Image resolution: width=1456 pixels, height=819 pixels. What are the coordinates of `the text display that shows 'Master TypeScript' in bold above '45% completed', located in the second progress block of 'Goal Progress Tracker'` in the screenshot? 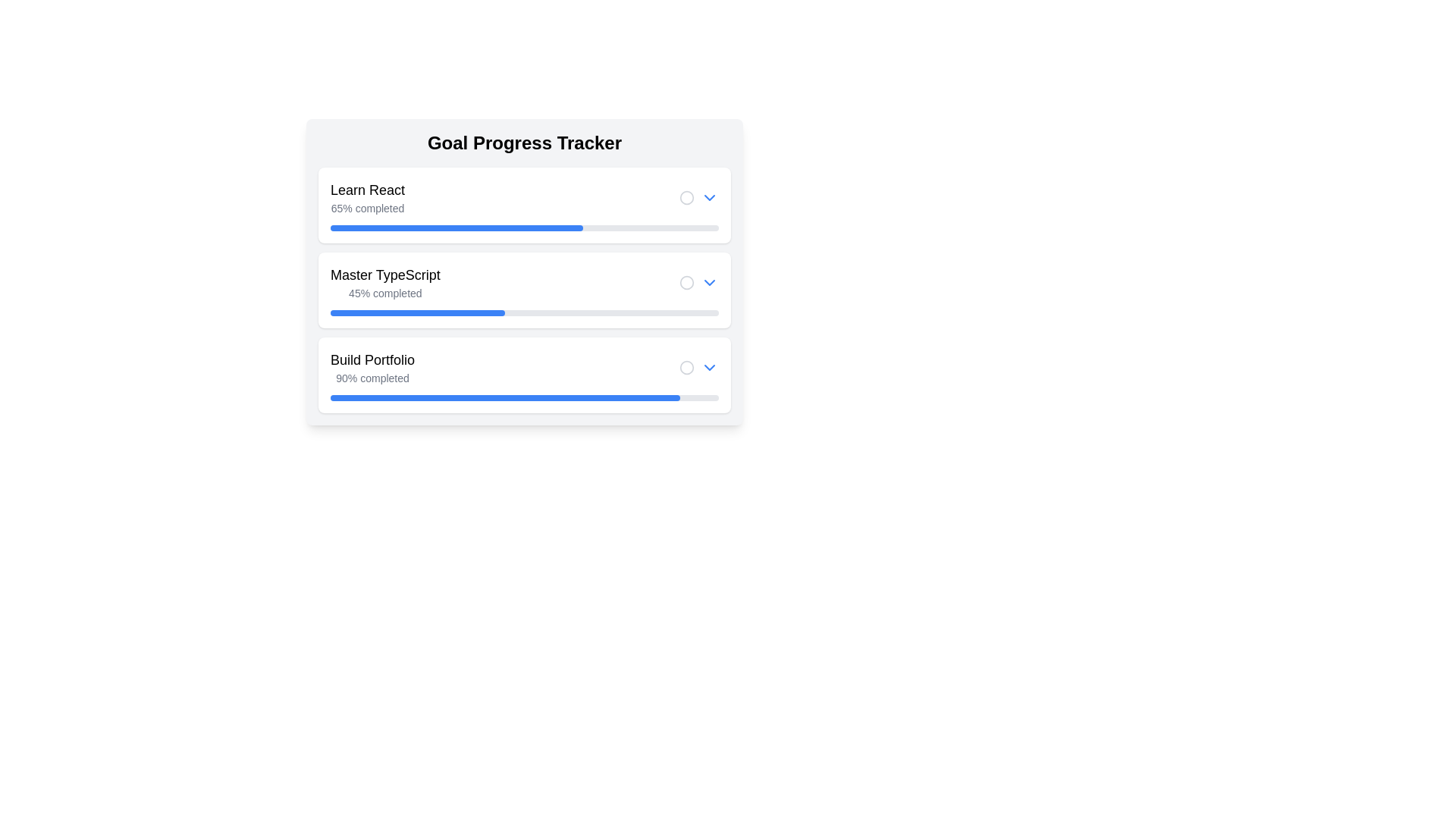 It's located at (385, 283).